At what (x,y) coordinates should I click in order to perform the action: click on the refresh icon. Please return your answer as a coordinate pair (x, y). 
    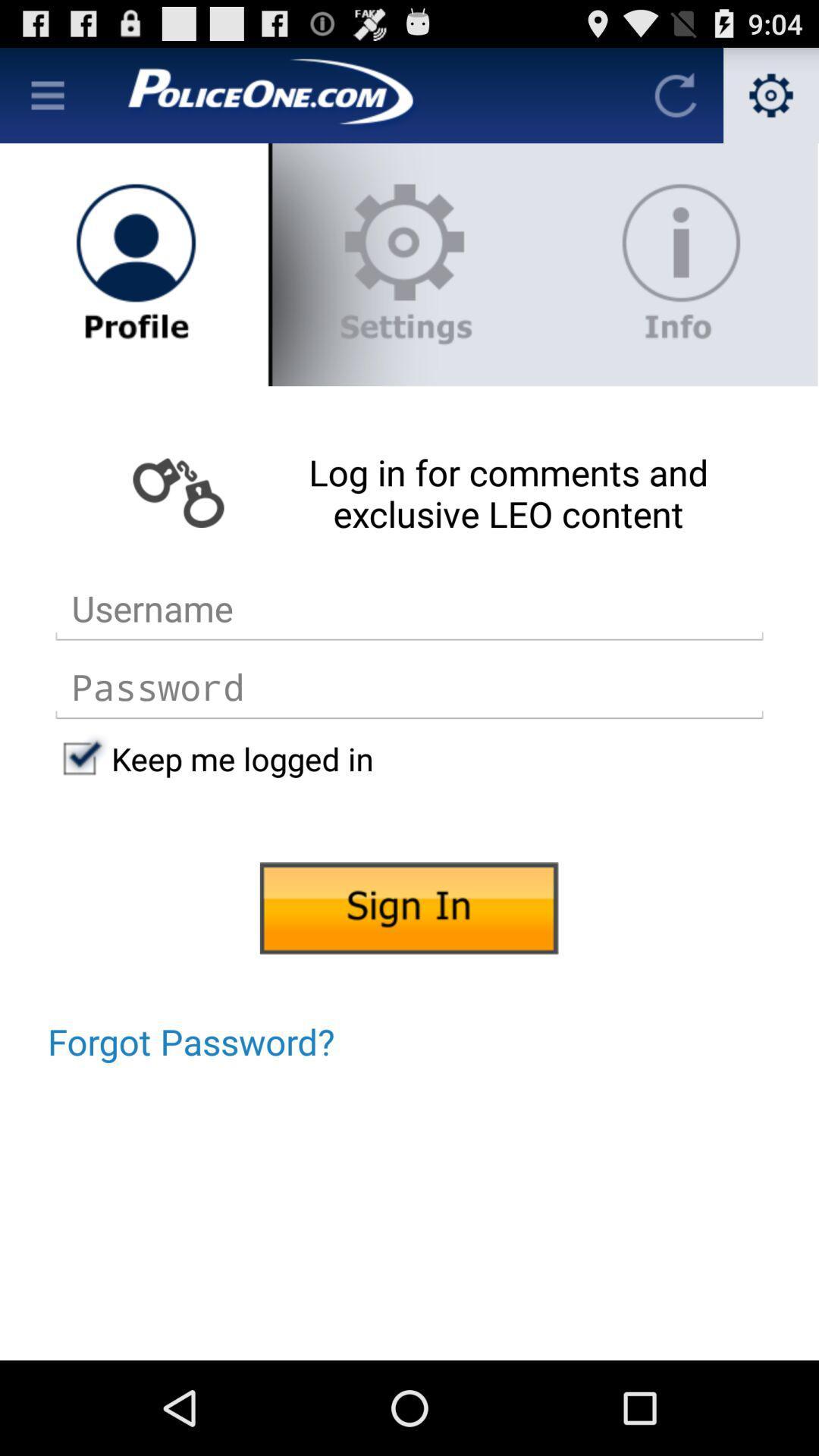
    Looking at the image, I should click on (675, 101).